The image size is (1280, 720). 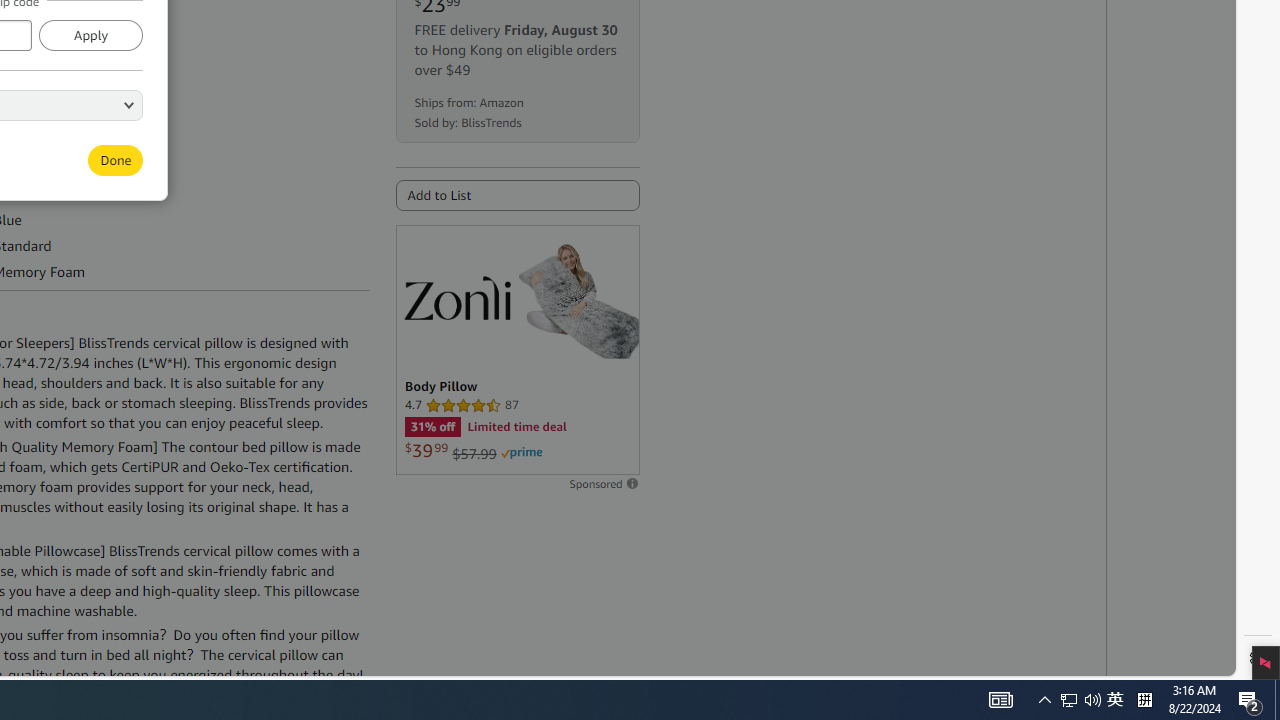 I want to click on 'Prime', so click(x=521, y=453).